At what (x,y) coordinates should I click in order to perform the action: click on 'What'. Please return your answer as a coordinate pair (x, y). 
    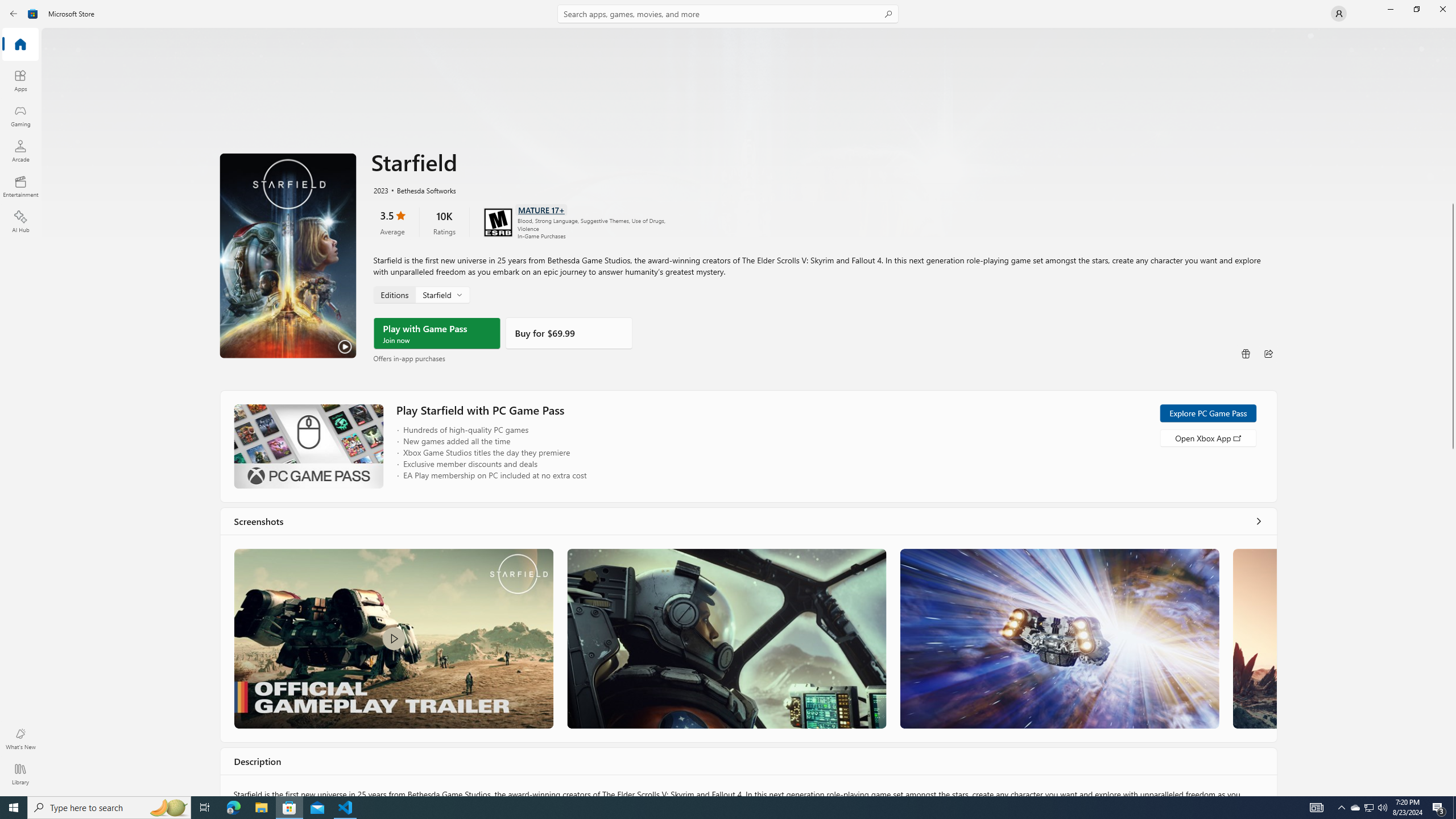
    Looking at the image, I should click on (19, 738).